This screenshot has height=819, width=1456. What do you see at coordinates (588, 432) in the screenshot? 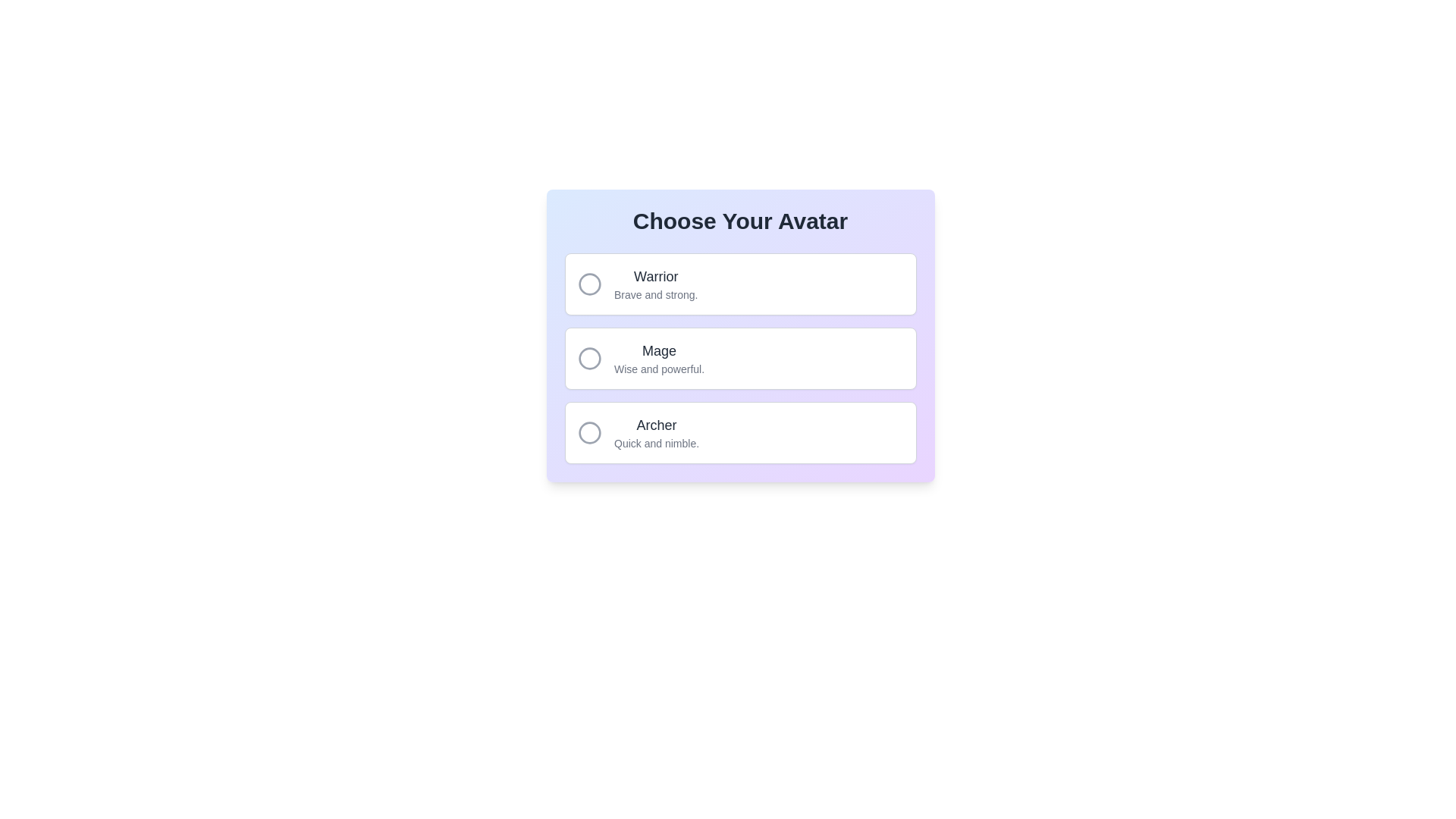
I see `the graphical icon indicating the selection state of the 'Archer' avatar, which is located towards the top-left of the 'Archer' card in the vertical list of avatar choices` at bounding box center [588, 432].